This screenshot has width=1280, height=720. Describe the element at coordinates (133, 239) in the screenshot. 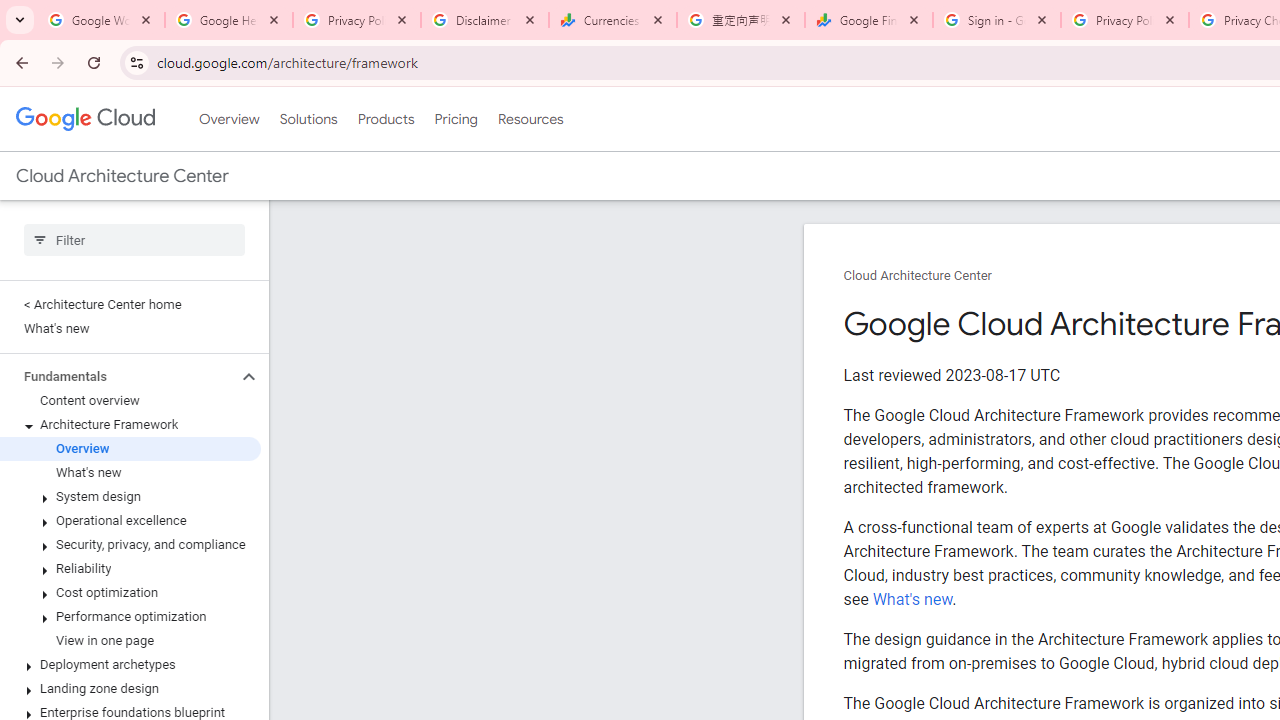

I see `'Type to filter'` at that location.